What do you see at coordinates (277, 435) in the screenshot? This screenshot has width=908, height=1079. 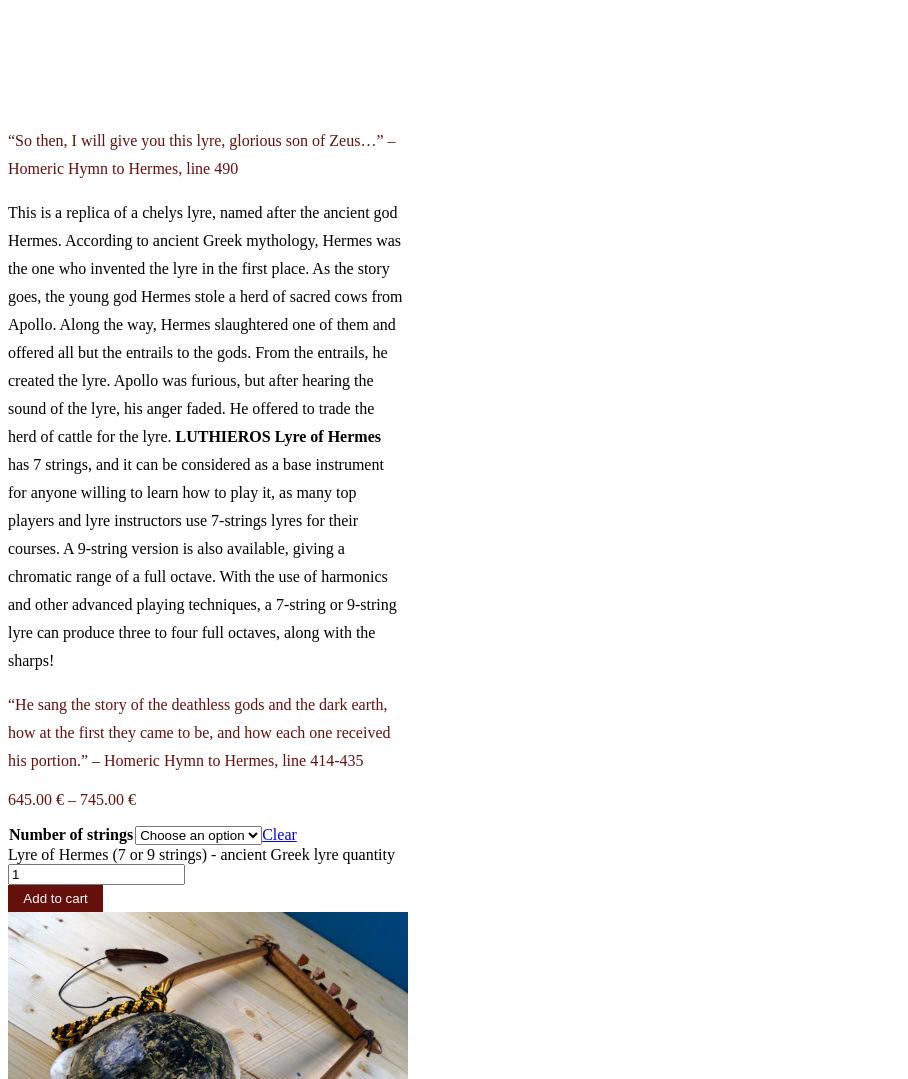 I see `'LUTHIEROS Lyre of Hermes'` at bounding box center [277, 435].